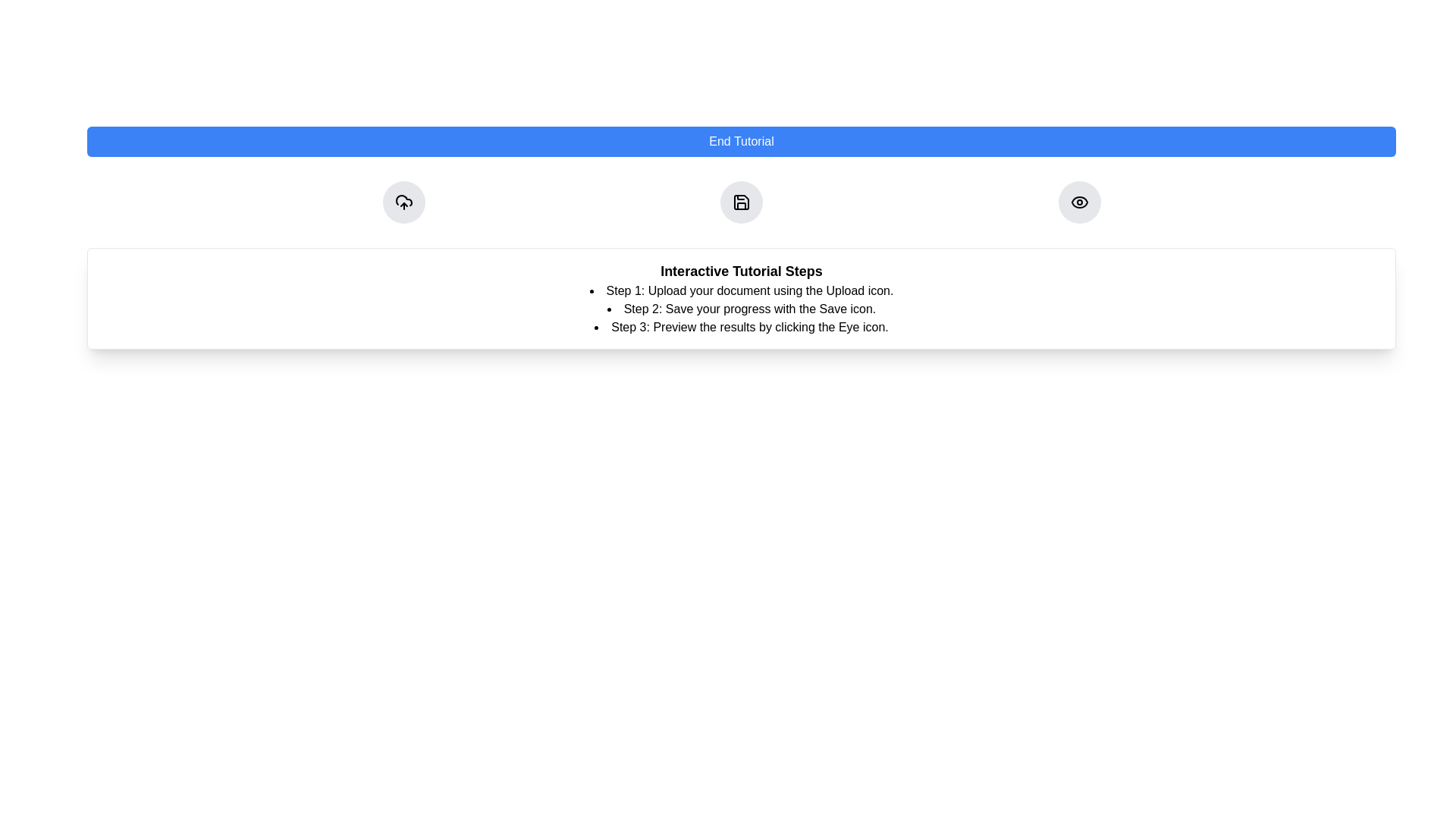  I want to click on the circular button with a disk save icon, so click(742, 201).